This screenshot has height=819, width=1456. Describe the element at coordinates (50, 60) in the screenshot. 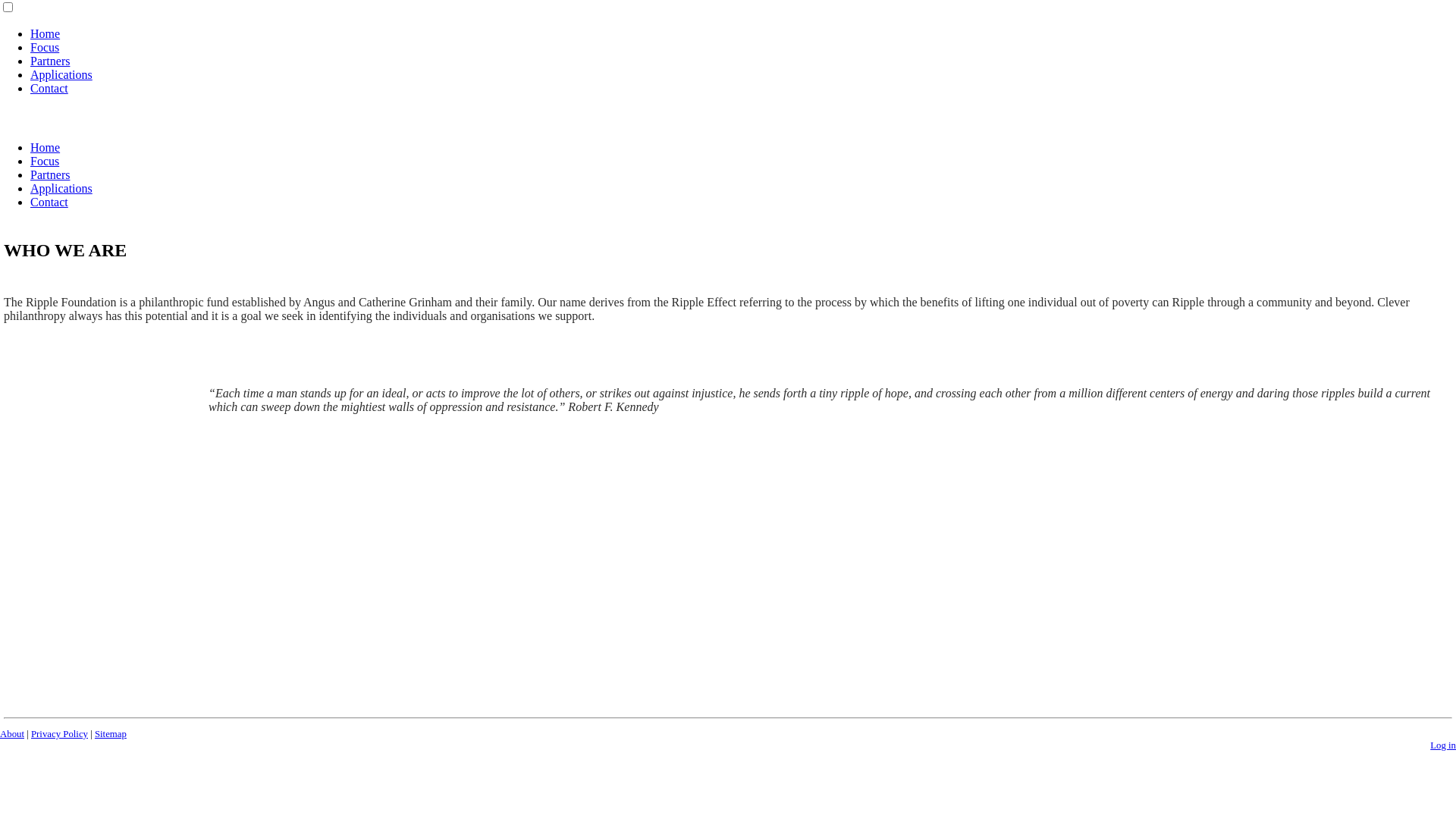

I see `'Partners'` at that location.